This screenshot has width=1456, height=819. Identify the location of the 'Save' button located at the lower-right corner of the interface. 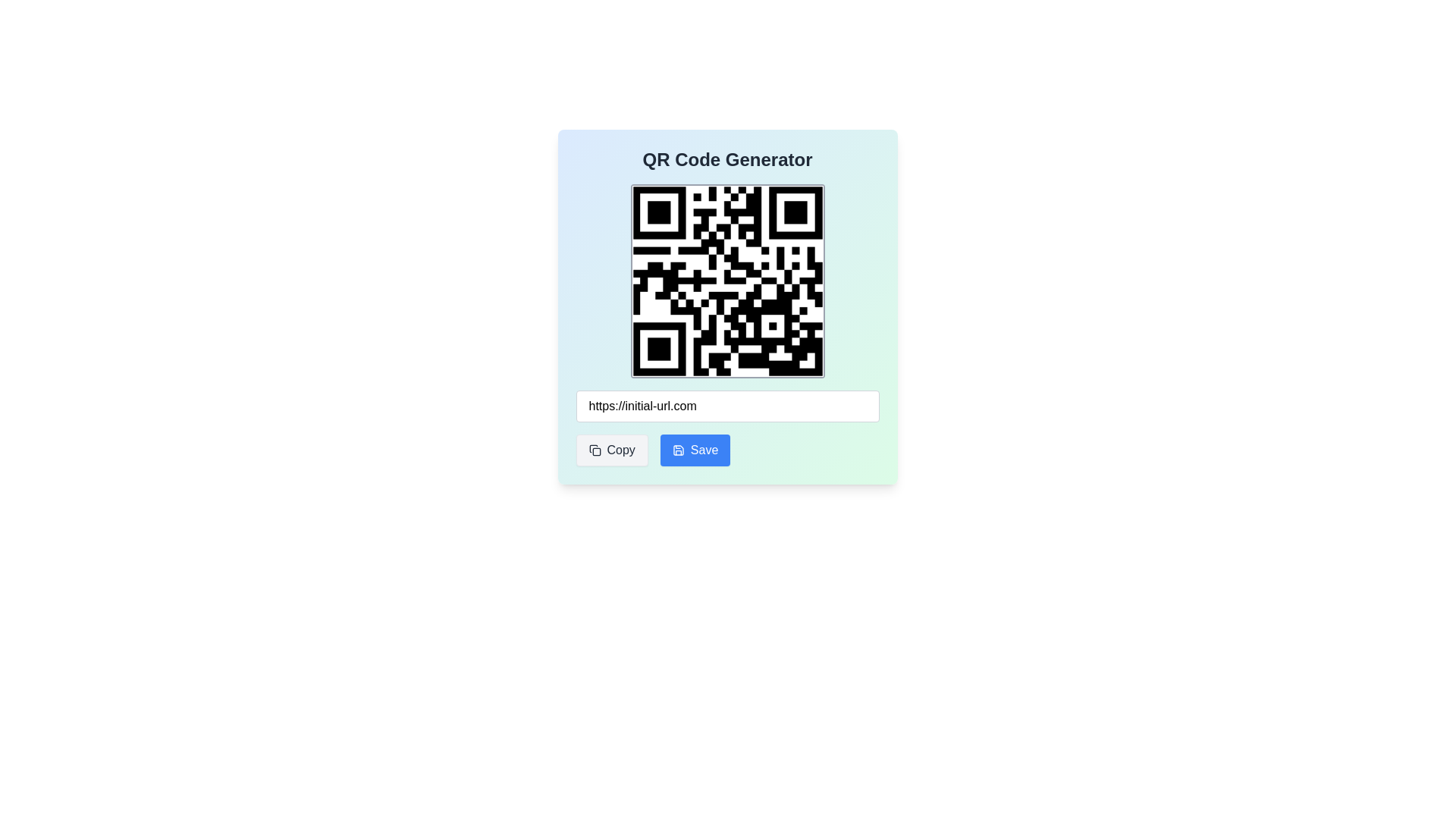
(704, 450).